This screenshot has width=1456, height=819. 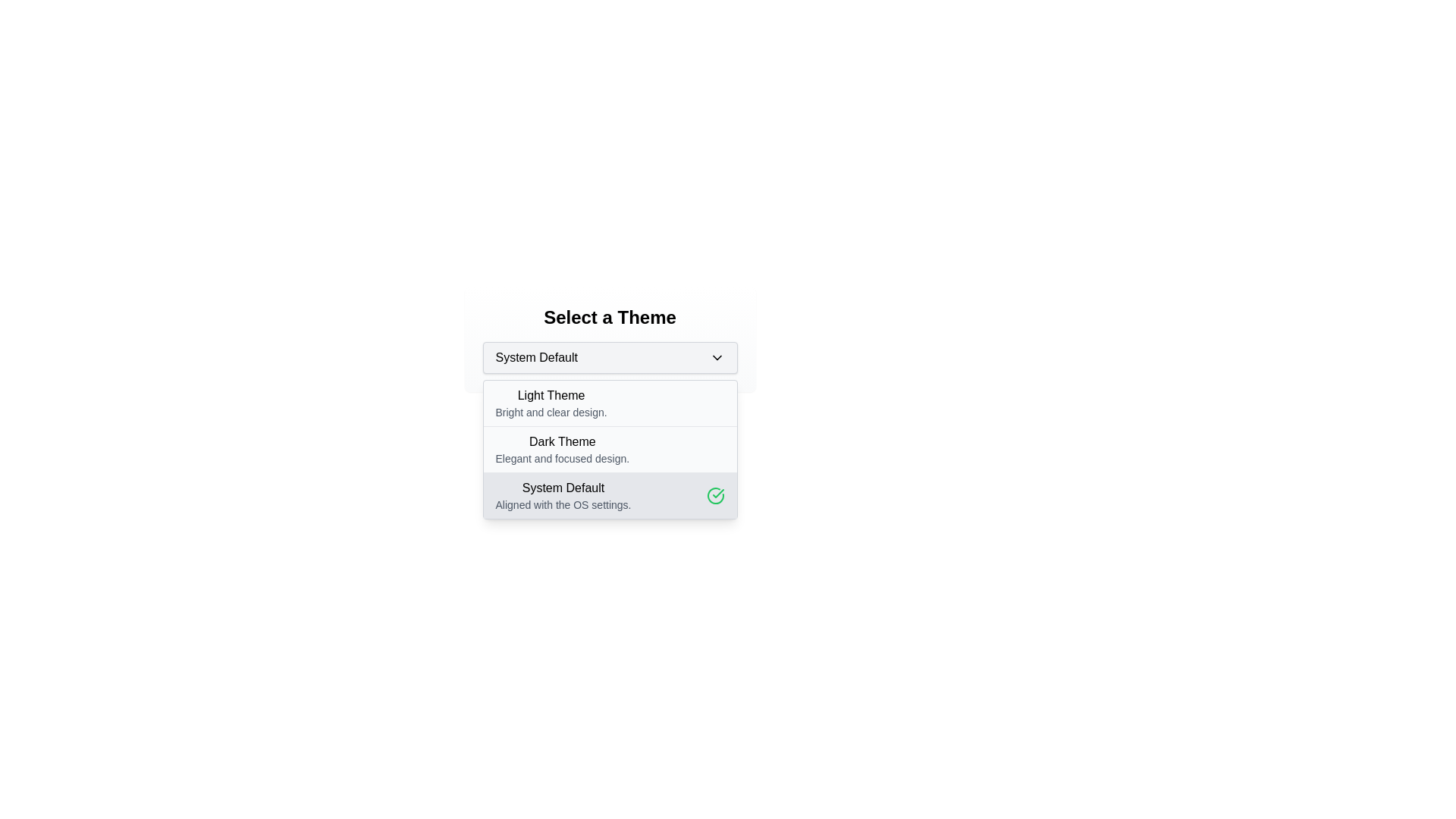 I want to click on the Text Label that indicates the currently selected theme option in the dropdown list, located in the top-middle section of the UI, adjacent to the down-facing chevron icon, so click(x=536, y=357).